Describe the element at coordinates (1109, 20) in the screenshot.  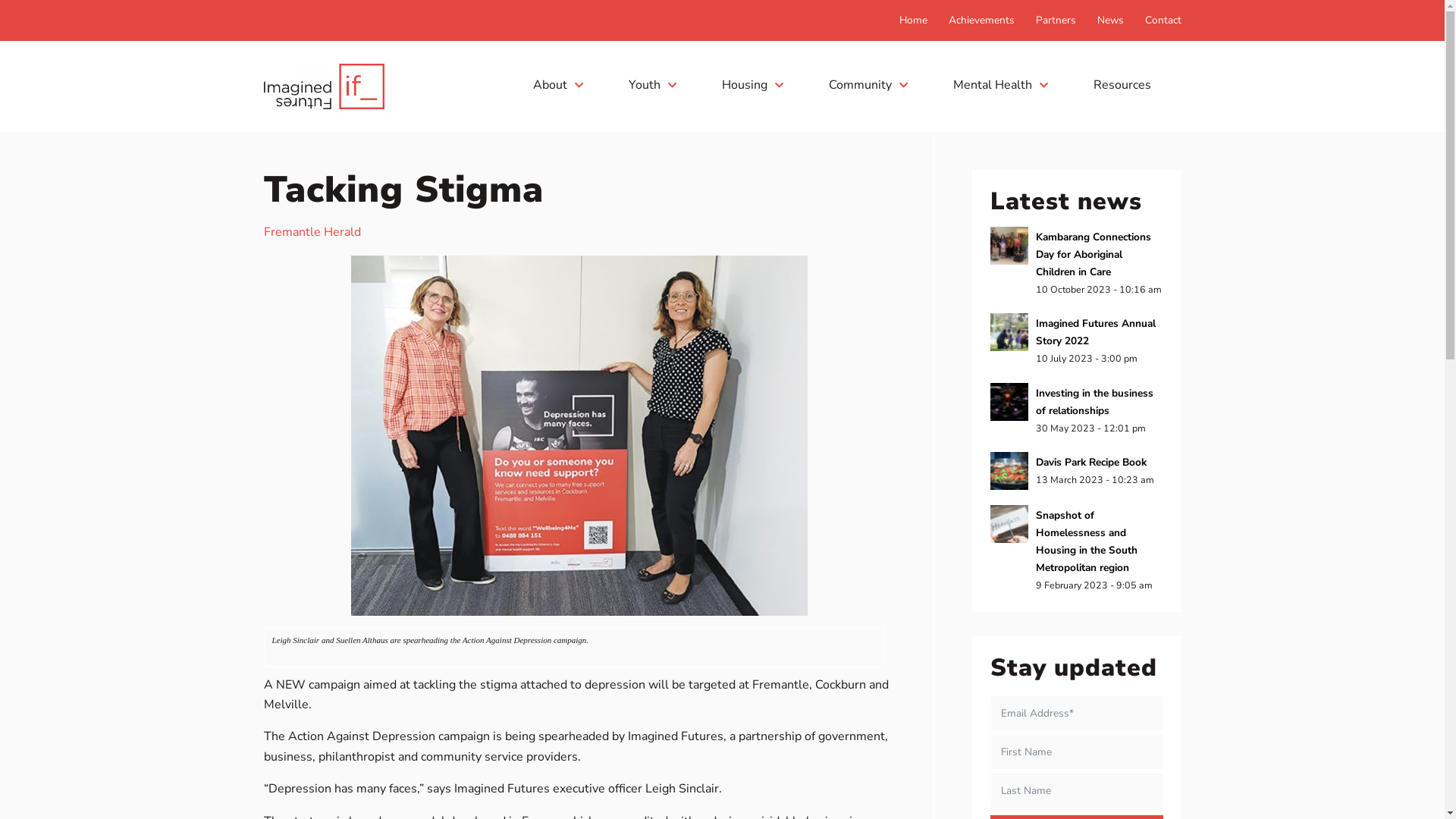
I see `'News'` at that location.